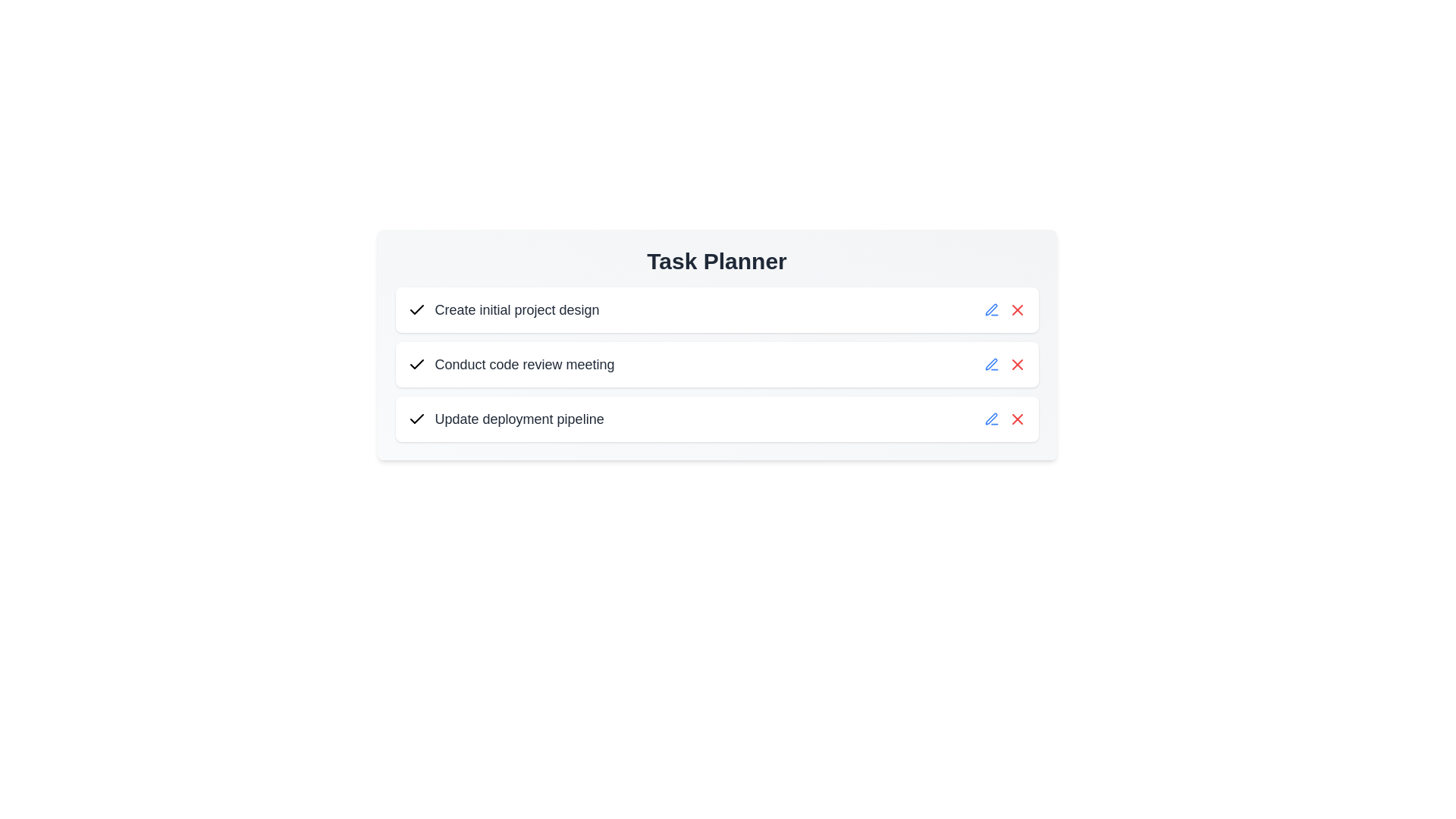 This screenshot has height=819, width=1456. Describe the element at coordinates (516, 309) in the screenshot. I see `the non-interactive text label describing the task 'Create initial project design', located beneath the 'Task Planner' header and to the right of the checkmark icon` at that location.